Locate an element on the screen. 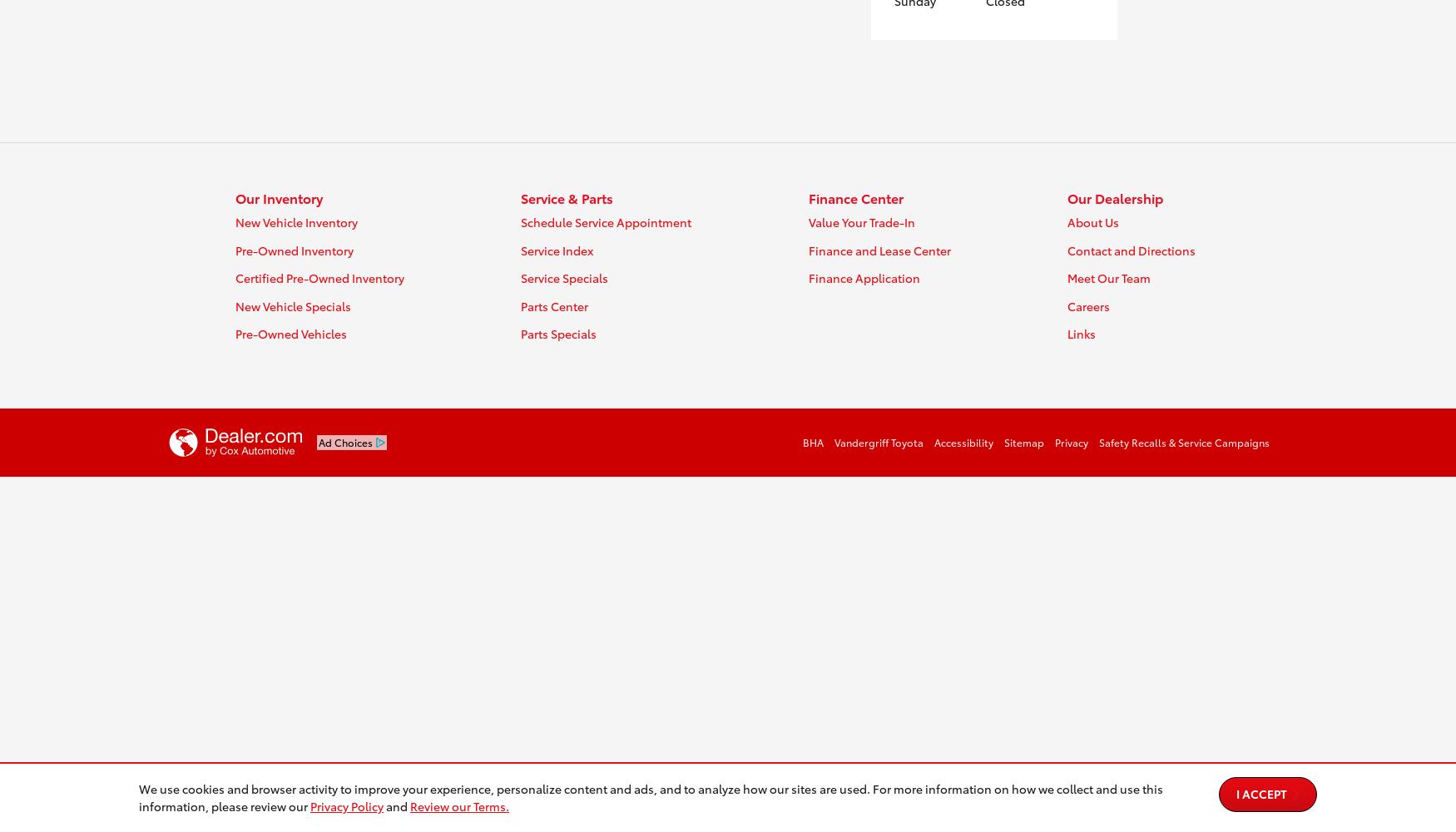 The image size is (1456, 832). 'Safety Recalls & Service Campaigns' is located at coordinates (1183, 441).